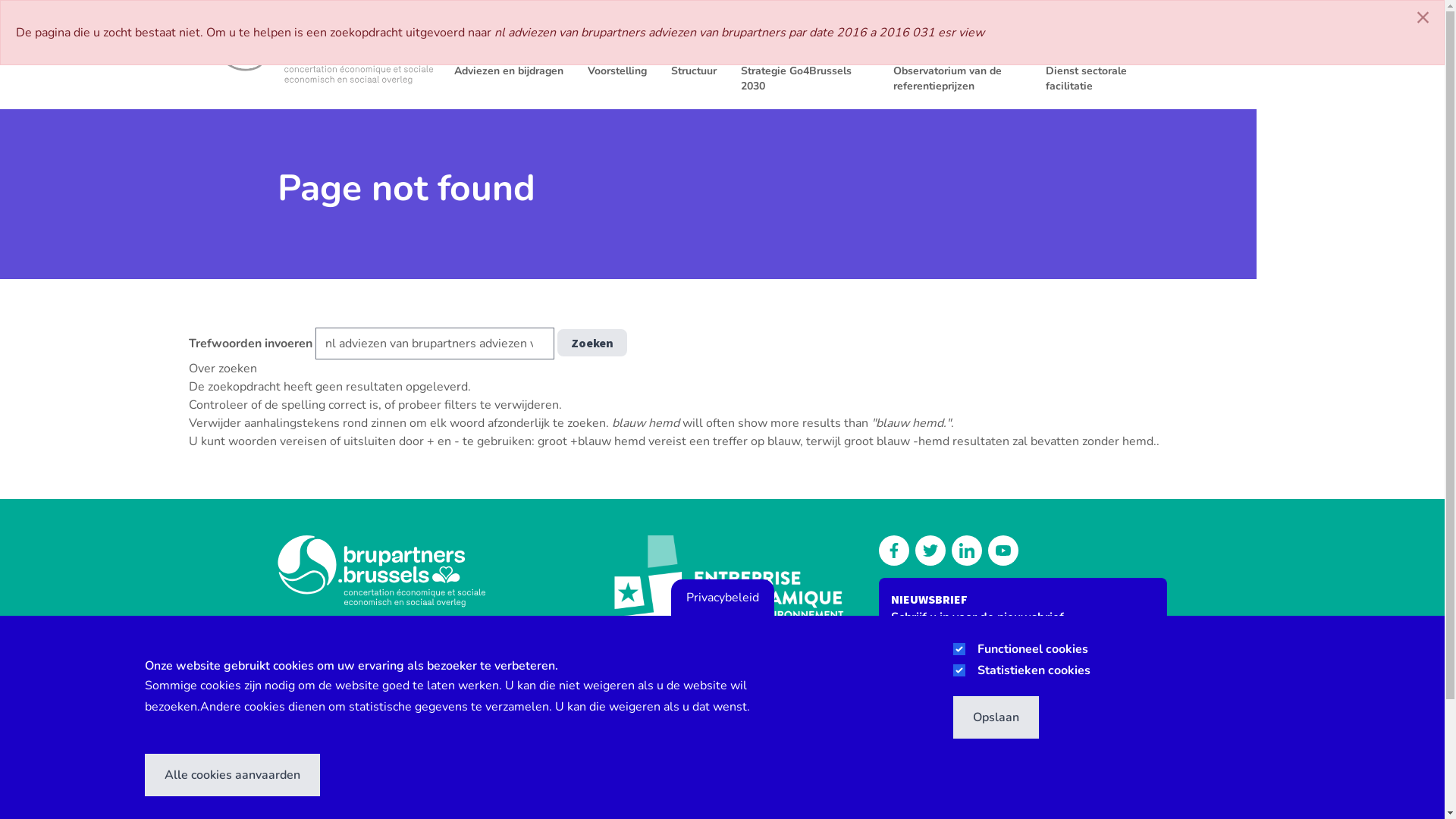  I want to click on 'Follow us on Twitter', so click(930, 550).